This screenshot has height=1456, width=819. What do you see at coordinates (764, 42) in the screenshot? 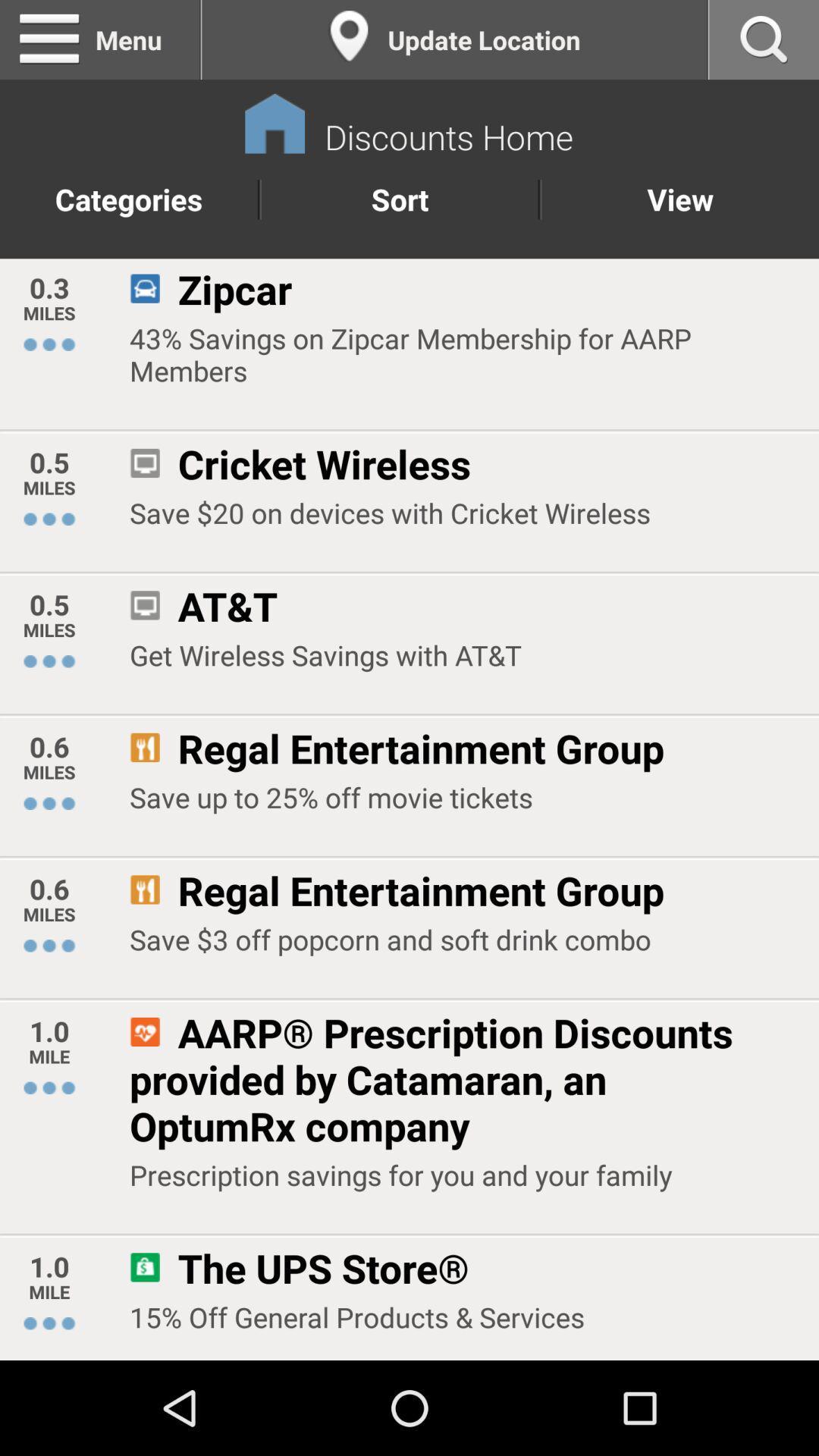
I see `the search icon` at bounding box center [764, 42].